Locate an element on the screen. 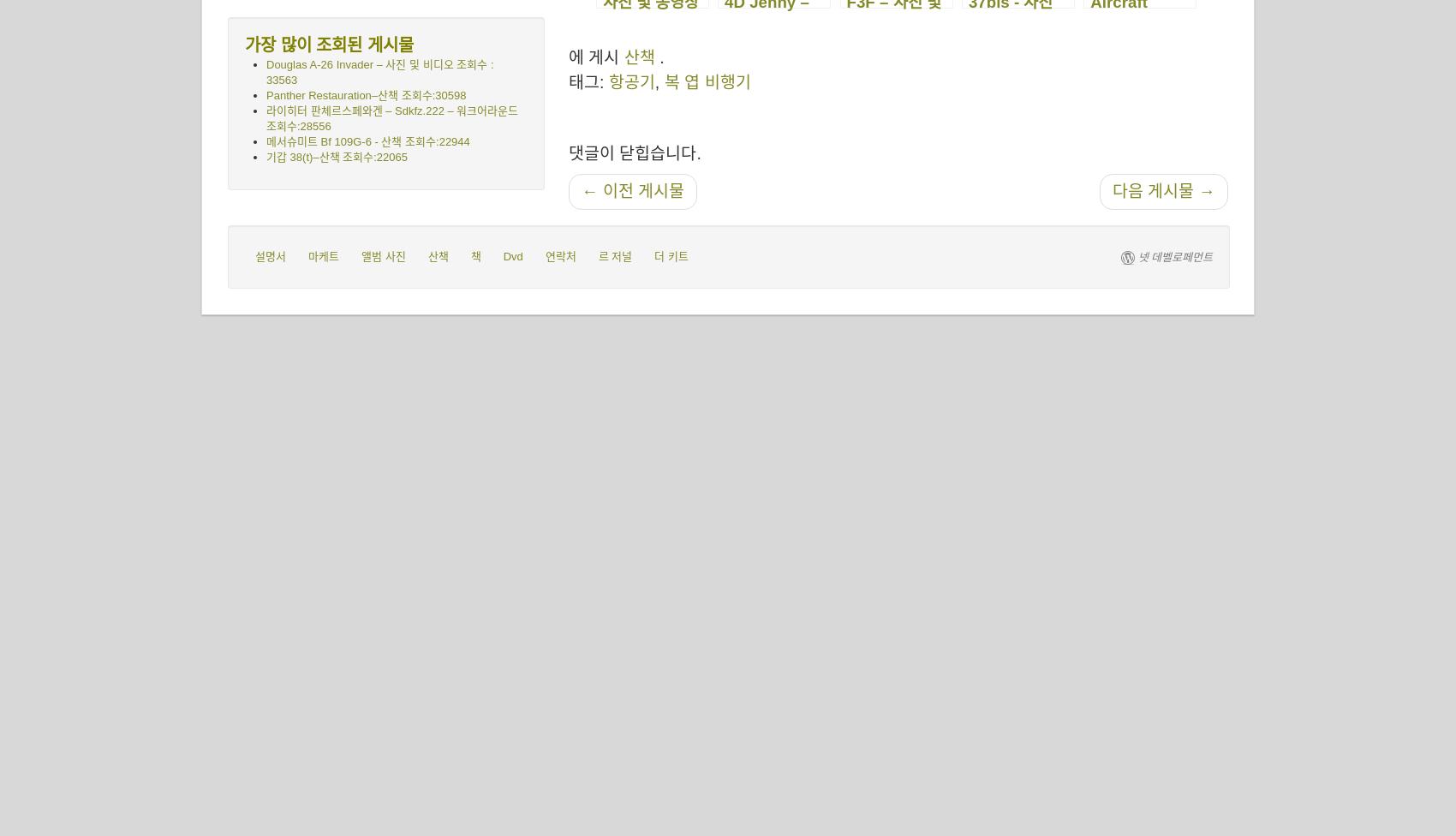 The width and height of the screenshot is (1456, 836). '댓글이 닫힙습니다.' is located at coordinates (635, 152).